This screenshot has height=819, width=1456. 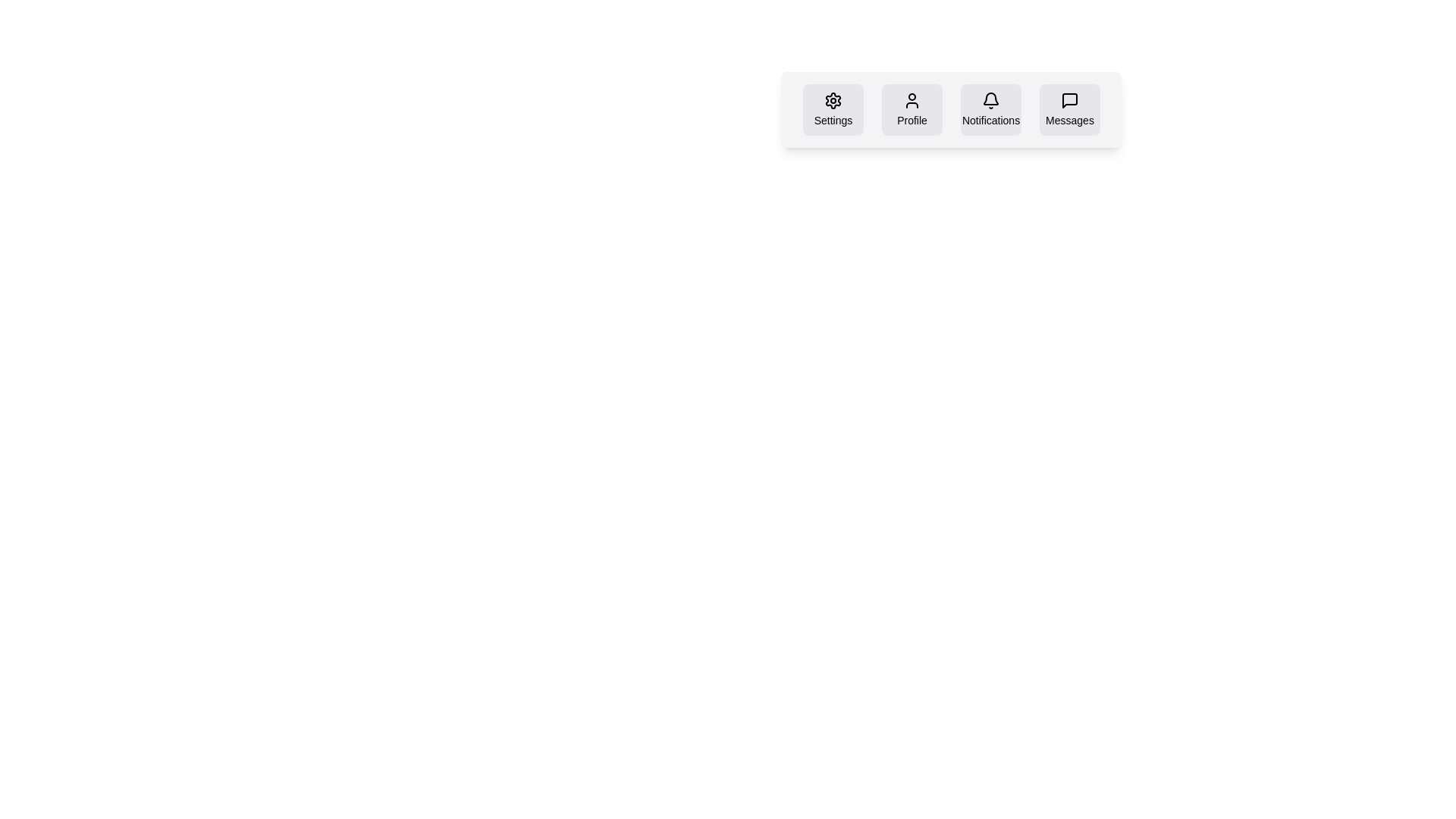 I want to click on the user profile icon located under the 'Profile' title, so click(x=912, y=100).